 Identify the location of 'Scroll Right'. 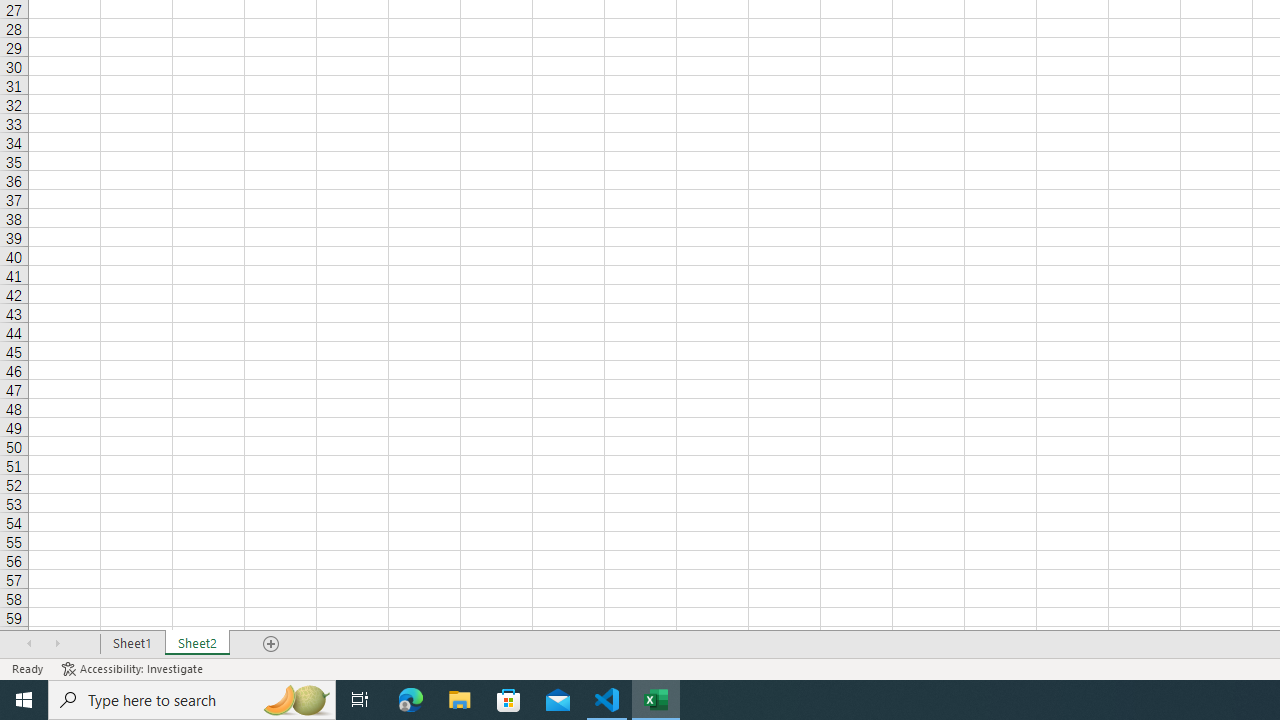
(57, 644).